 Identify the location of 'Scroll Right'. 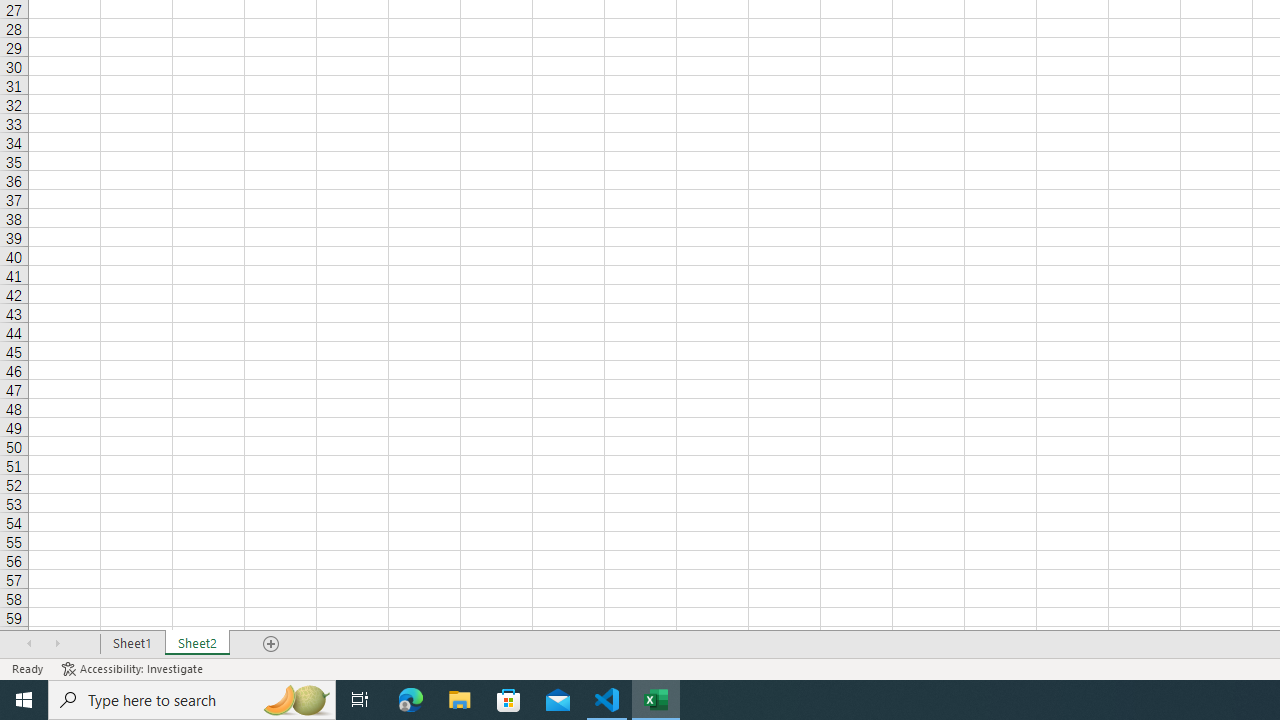
(57, 644).